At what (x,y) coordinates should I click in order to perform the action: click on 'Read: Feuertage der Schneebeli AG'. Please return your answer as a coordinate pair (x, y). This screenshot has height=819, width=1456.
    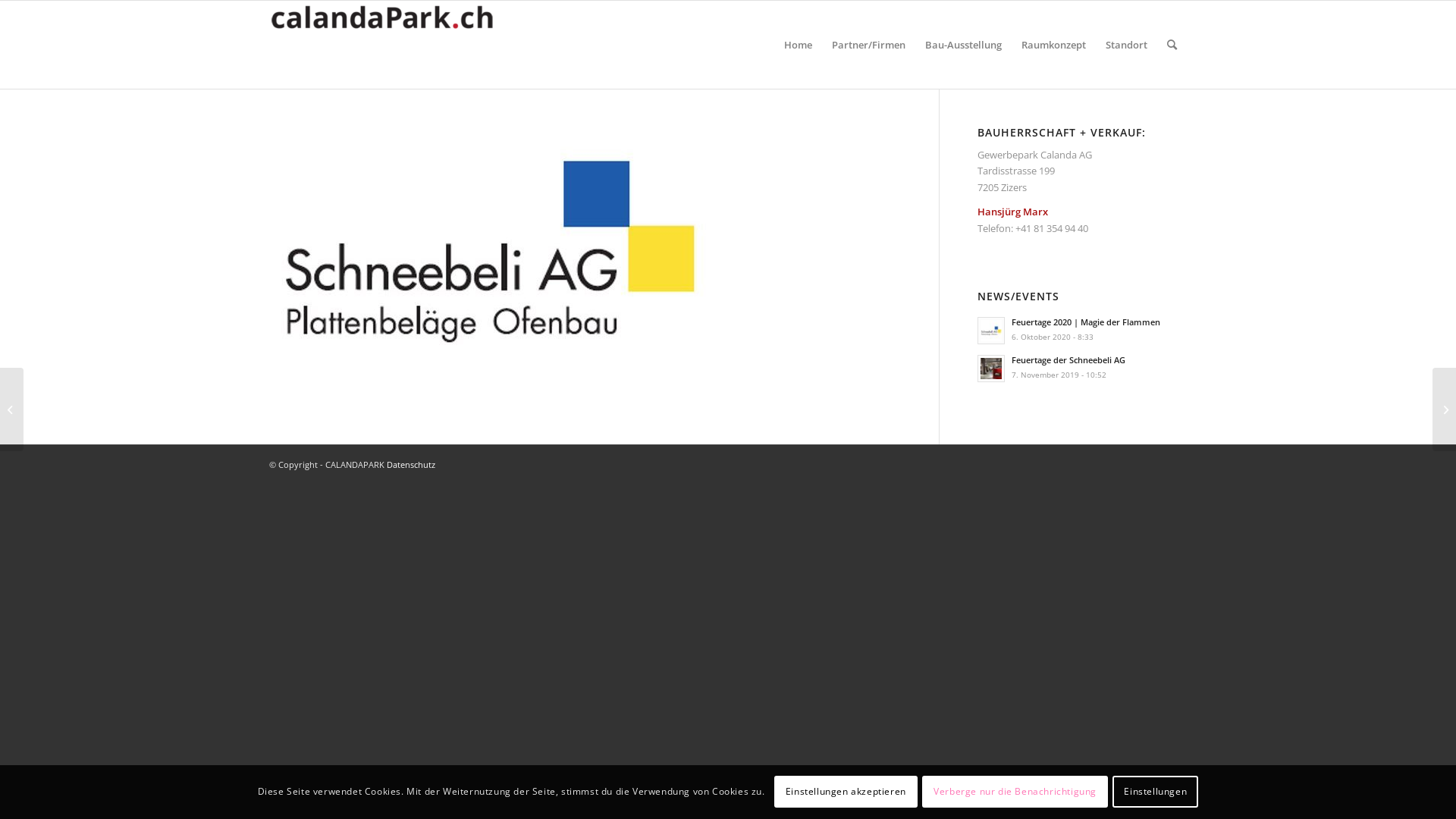
    Looking at the image, I should click on (990, 369).